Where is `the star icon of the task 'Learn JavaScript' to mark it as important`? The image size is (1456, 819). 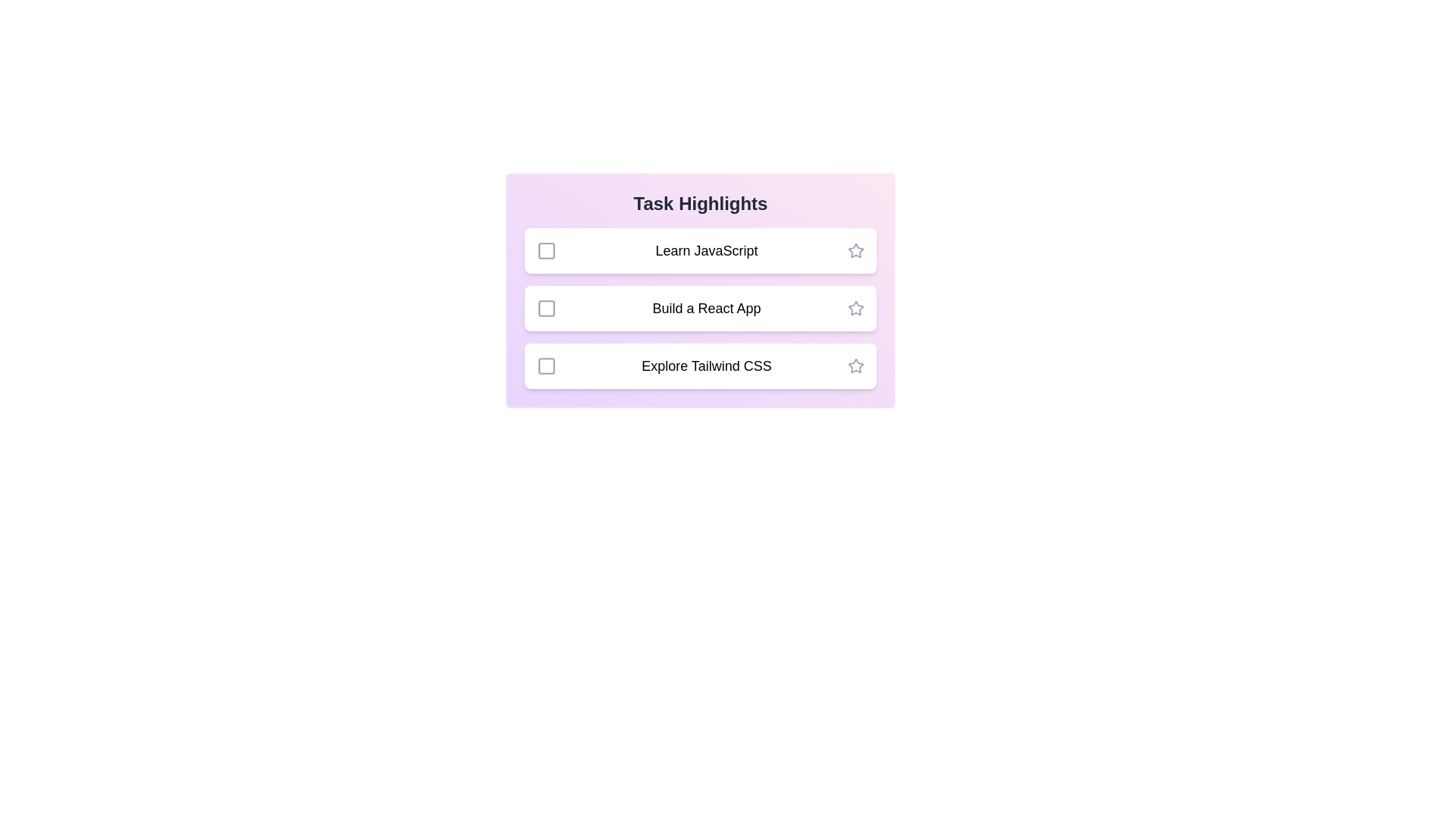
the star icon of the task 'Learn JavaScript' to mark it as important is located at coordinates (855, 250).